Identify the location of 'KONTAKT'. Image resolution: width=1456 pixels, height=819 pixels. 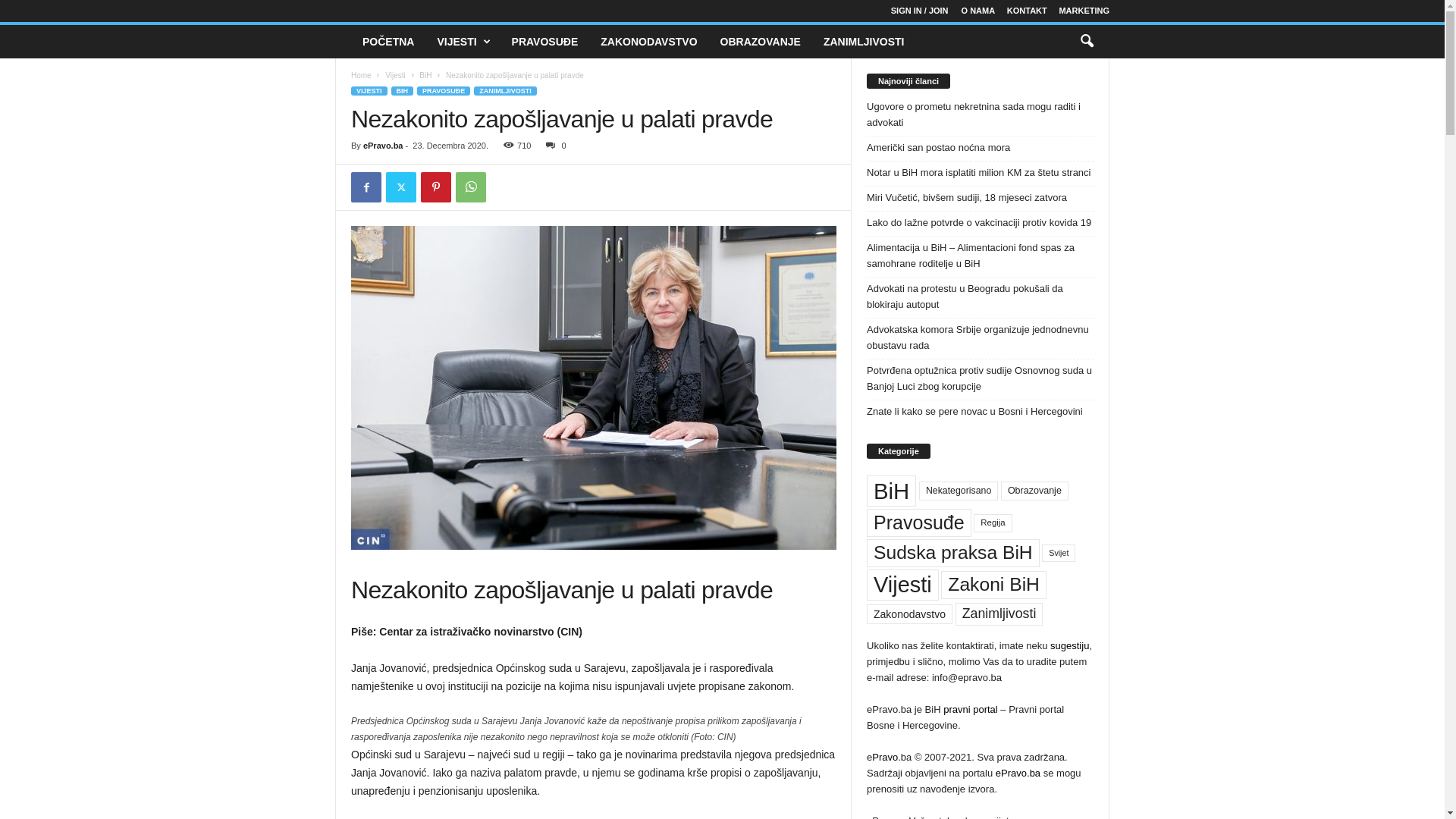
(1027, 11).